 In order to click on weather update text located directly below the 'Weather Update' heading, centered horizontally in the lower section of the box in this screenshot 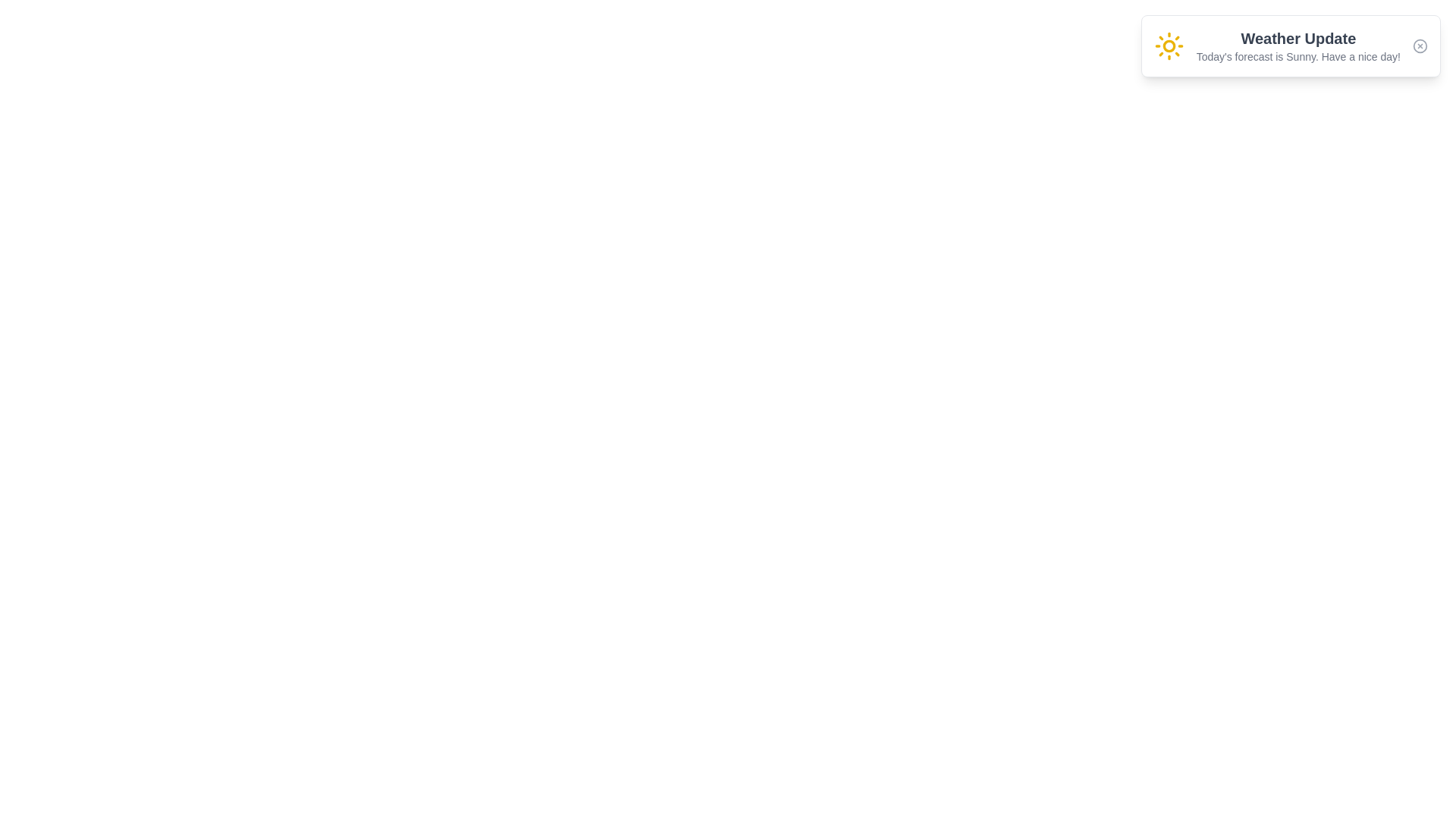, I will do `click(1298, 55)`.